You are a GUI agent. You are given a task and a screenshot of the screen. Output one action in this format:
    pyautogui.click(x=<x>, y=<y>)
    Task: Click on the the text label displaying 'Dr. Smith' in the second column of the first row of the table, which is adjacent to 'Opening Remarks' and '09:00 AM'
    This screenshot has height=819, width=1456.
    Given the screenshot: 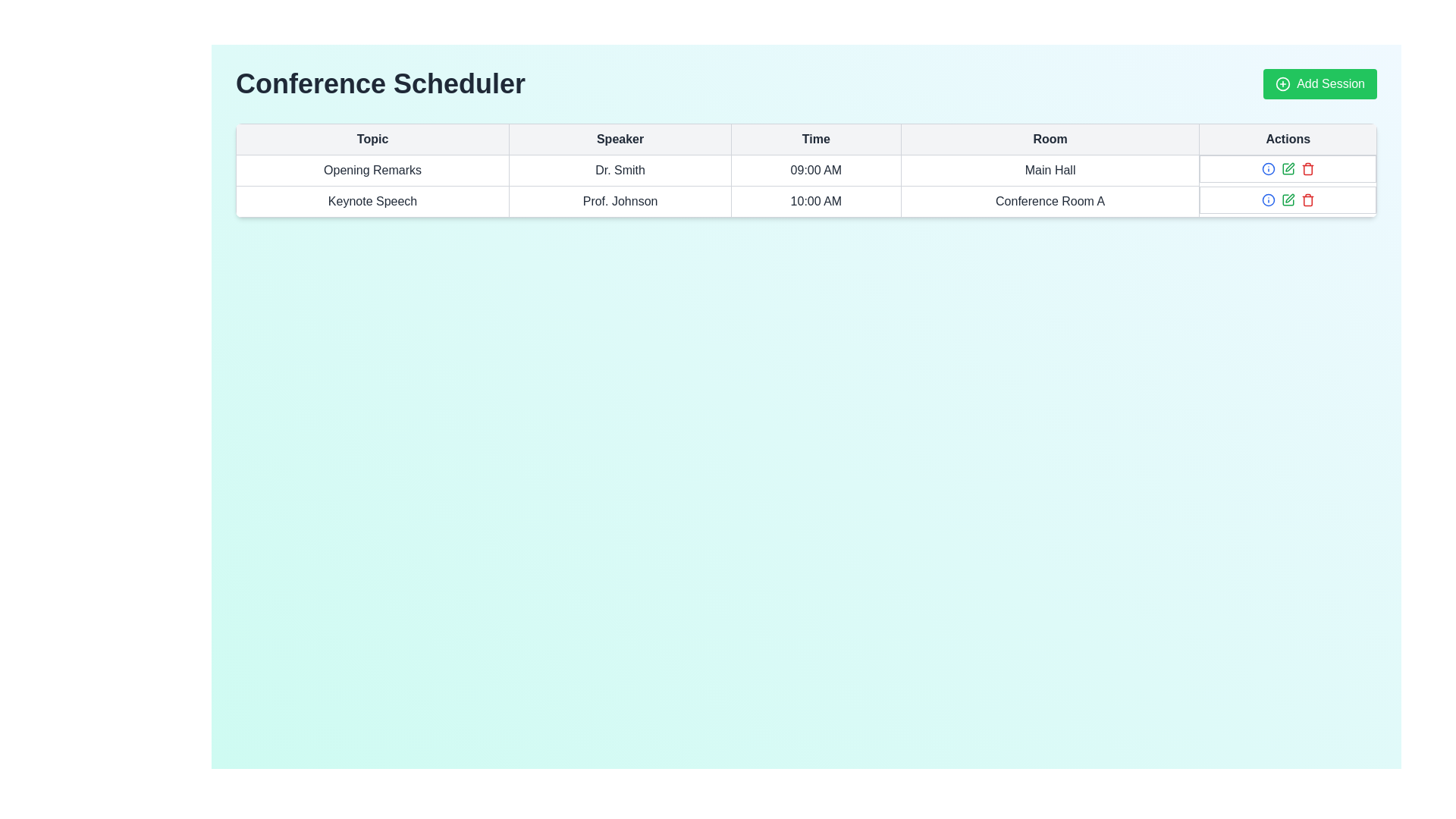 What is the action you would take?
    pyautogui.click(x=620, y=170)
    